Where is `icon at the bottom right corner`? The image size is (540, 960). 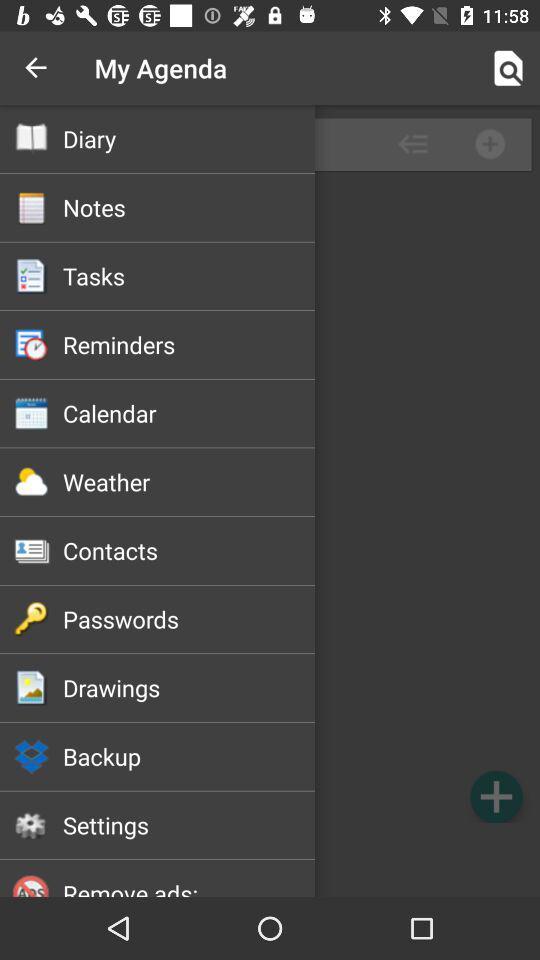 icon at the bottom right corner is located at coordinates (495, 796).